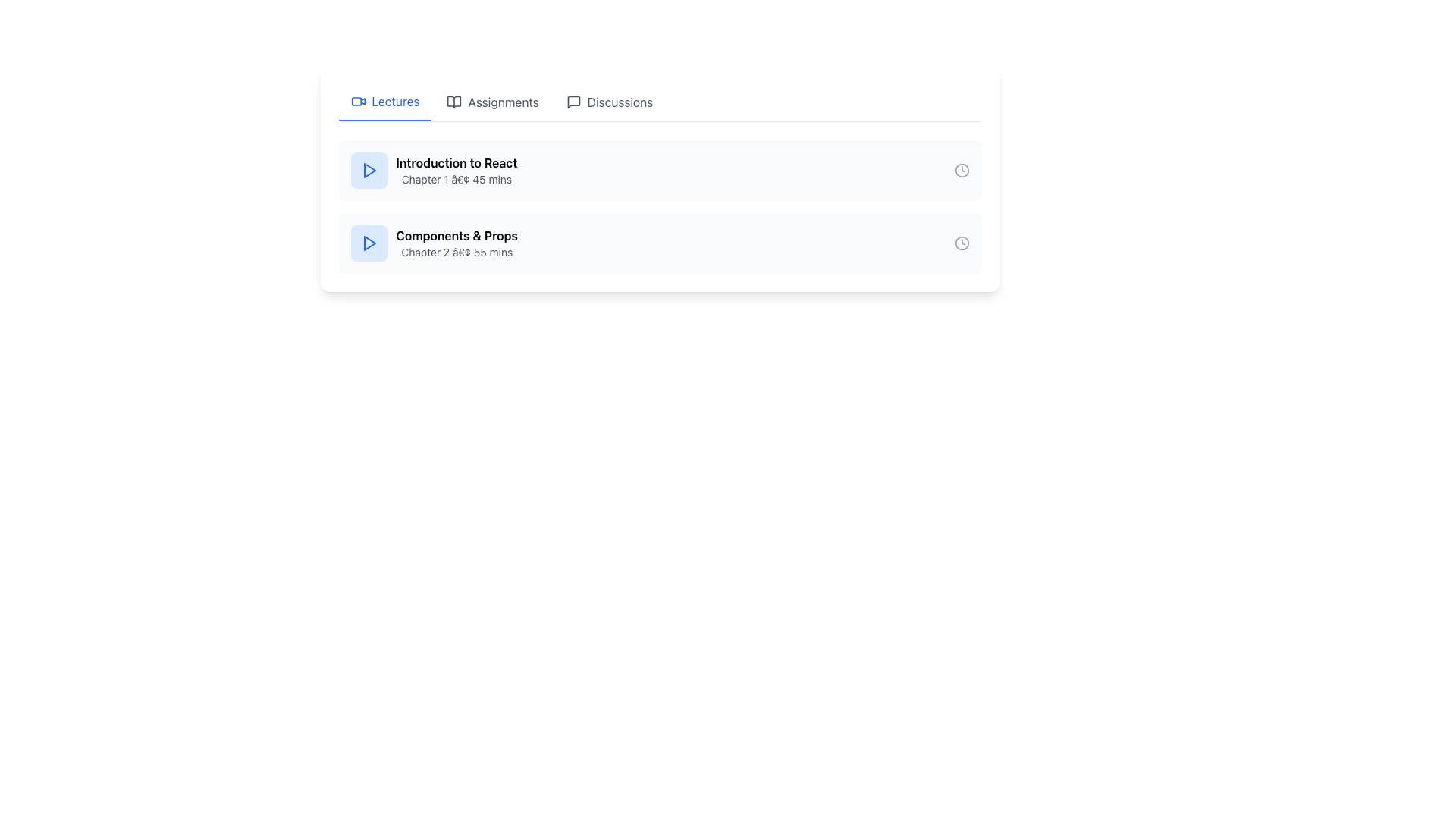  Describe the element at coordinates (456, 170) in the screenshot. I see `the text component displaying the title 'Introduction to React' and subtitle 'Chapter 1 • 45 mins', which is aligned in the first row of a vertical list and is adjacent to a blue circular play icon` at that location.